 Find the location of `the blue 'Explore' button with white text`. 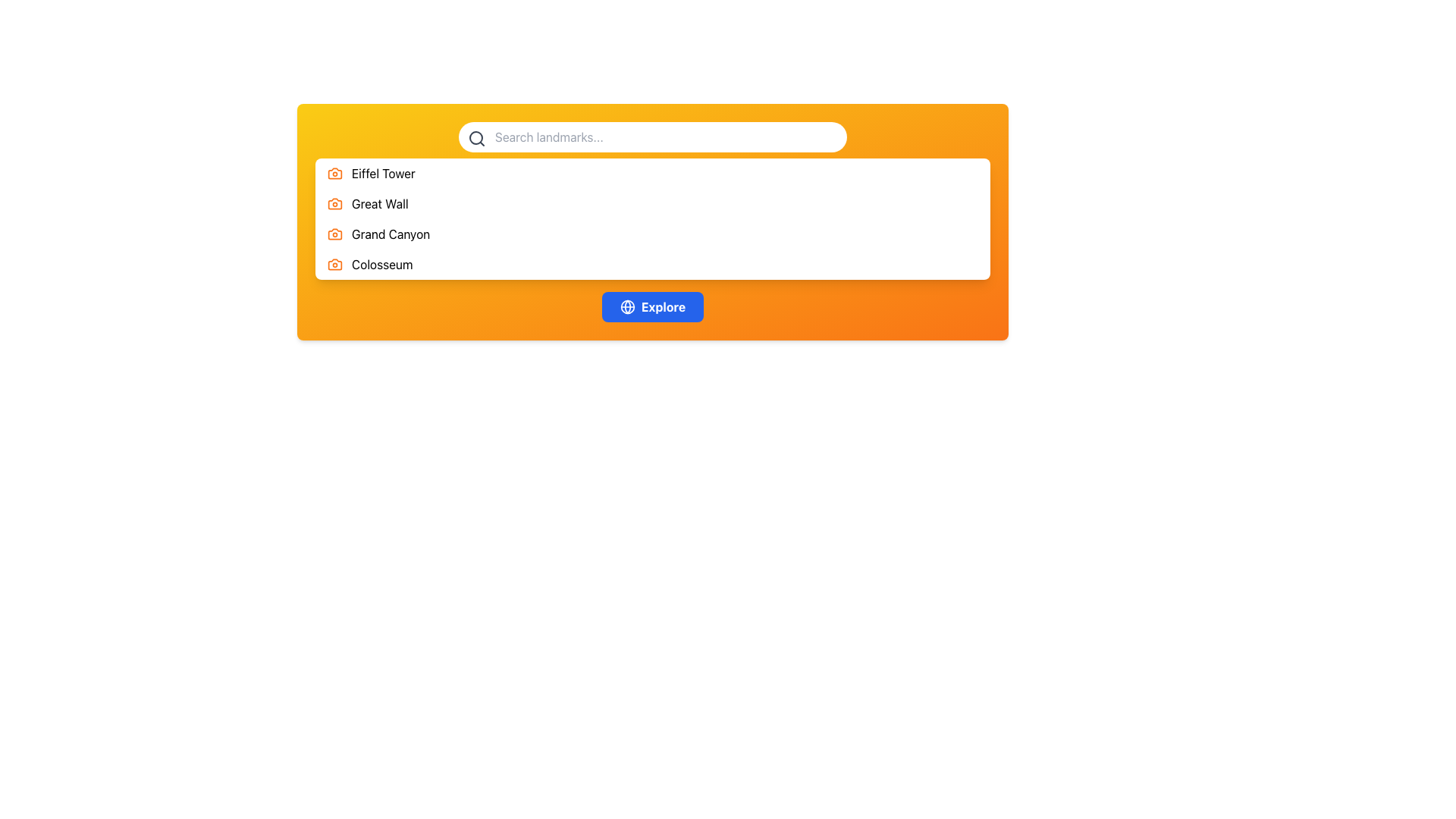

the blue 'Explore' button with white text is located at coordinates (652, 307).